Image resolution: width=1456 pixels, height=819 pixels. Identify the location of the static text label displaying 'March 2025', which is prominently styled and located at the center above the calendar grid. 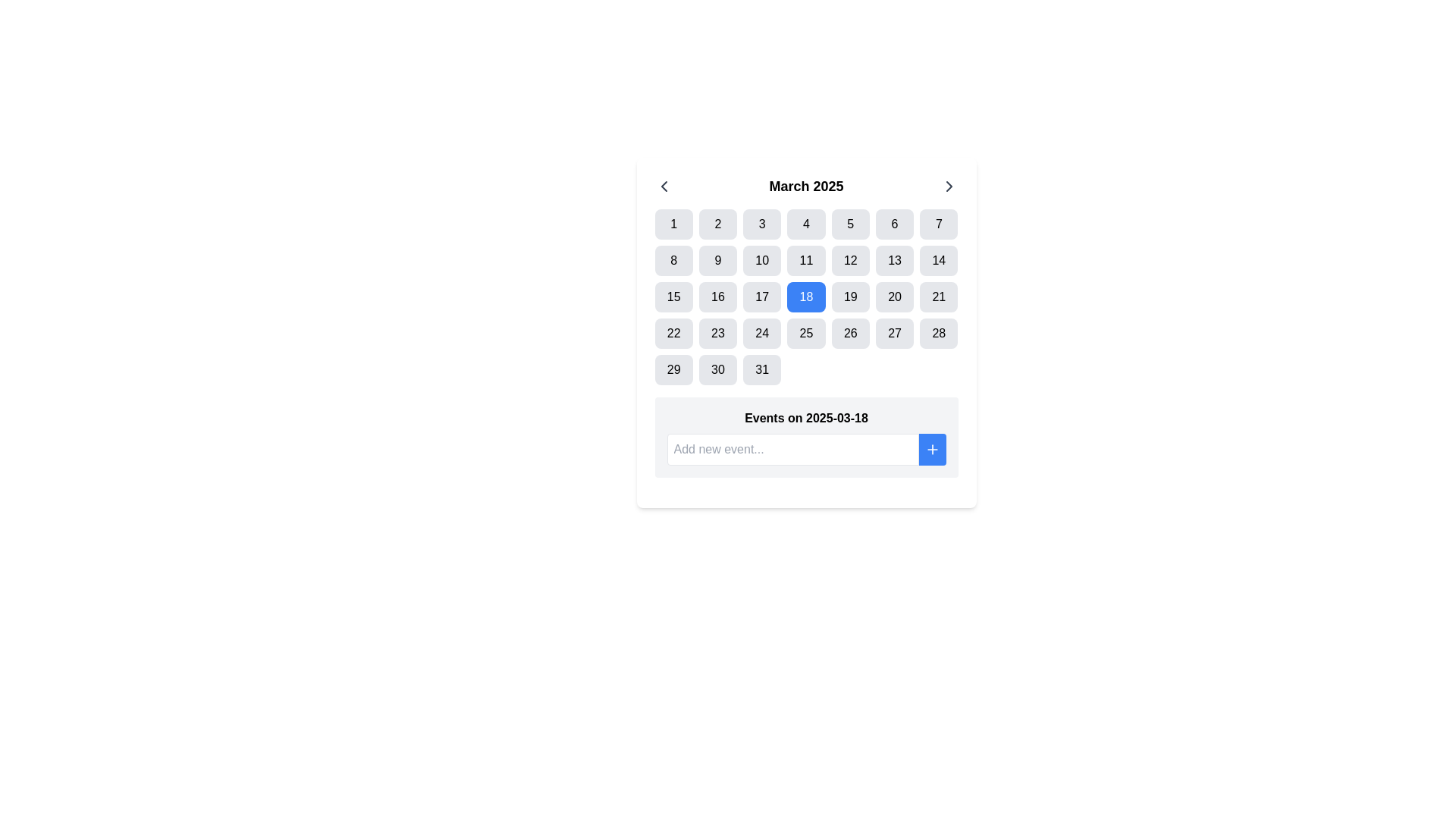
(805, 186).